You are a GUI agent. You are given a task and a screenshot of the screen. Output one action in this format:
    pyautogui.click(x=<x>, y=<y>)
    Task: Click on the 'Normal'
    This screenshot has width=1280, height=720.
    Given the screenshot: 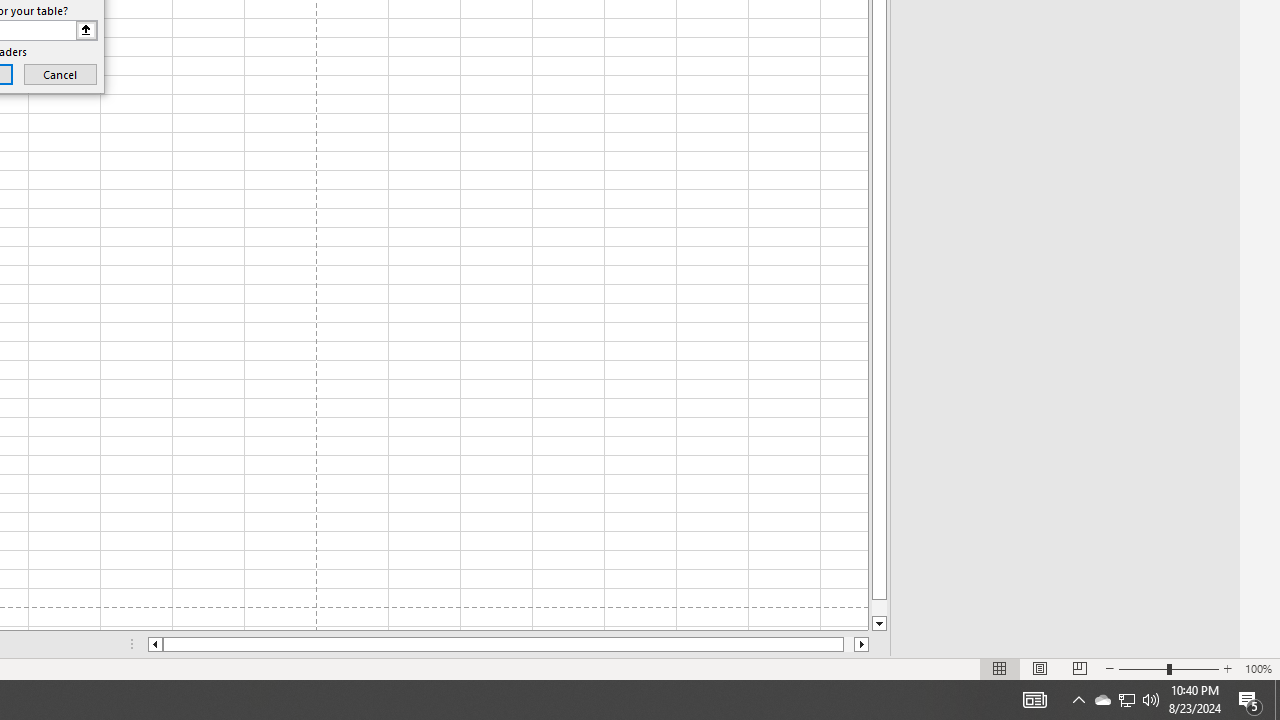 What is the action you would take?
    pyautogui.click(x=1000, y=669)
    